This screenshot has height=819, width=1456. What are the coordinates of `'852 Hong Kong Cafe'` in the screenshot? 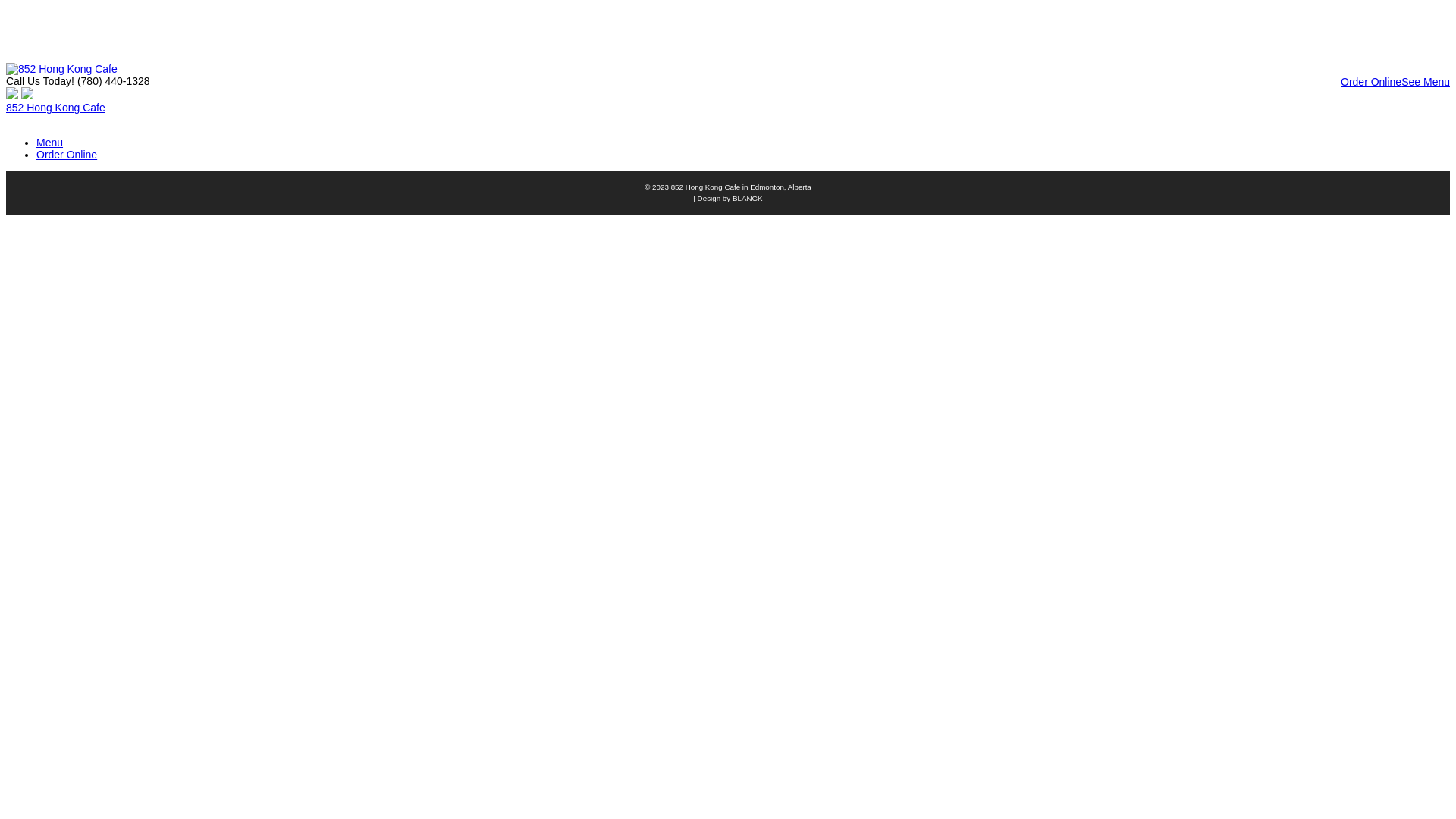 It's located at (55, 107).